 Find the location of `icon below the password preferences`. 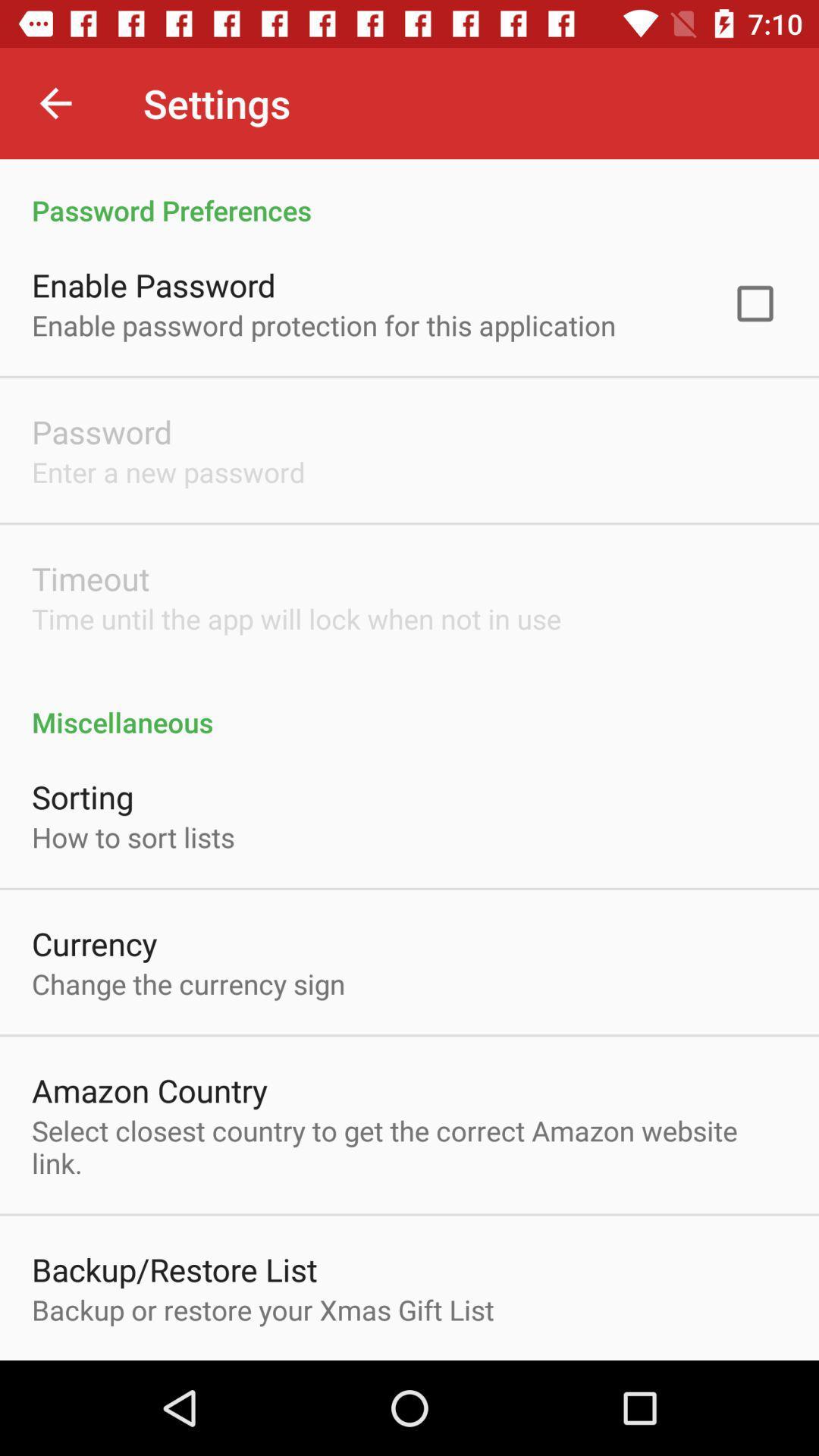

icon below the password preferences is located at coordinates (755, 303).